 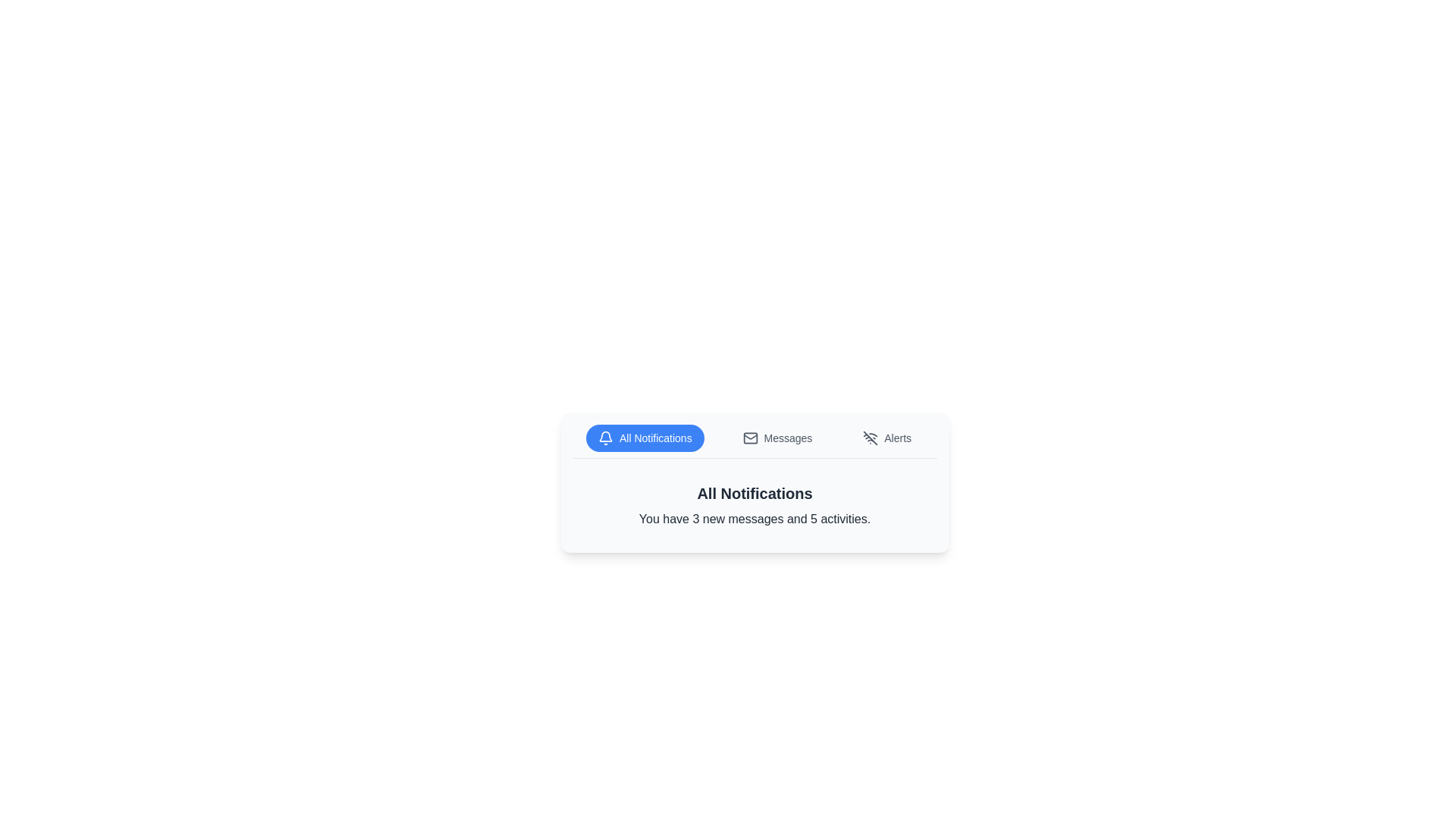 I want to click on the 'Messages' button, which features an envelope icon and is styled with gray text and rounded corners, so click(x=777, y=438).